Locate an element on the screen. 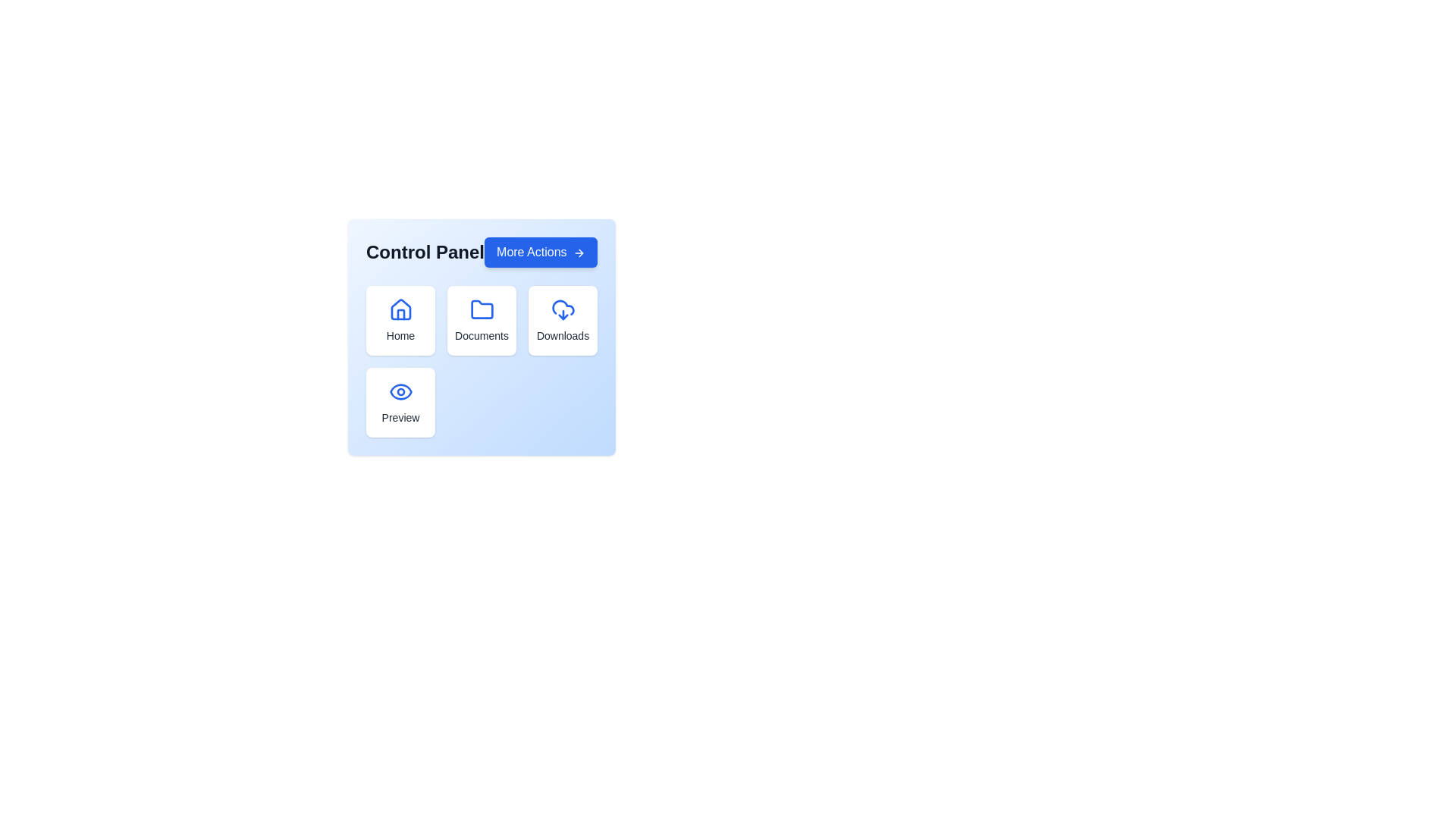  the Downloads icon, which is represented by a downward-pointing arrow connected to a rectangle, located in the rightmost position of the second row in the Control Panel is located at coordinates (560, 314).